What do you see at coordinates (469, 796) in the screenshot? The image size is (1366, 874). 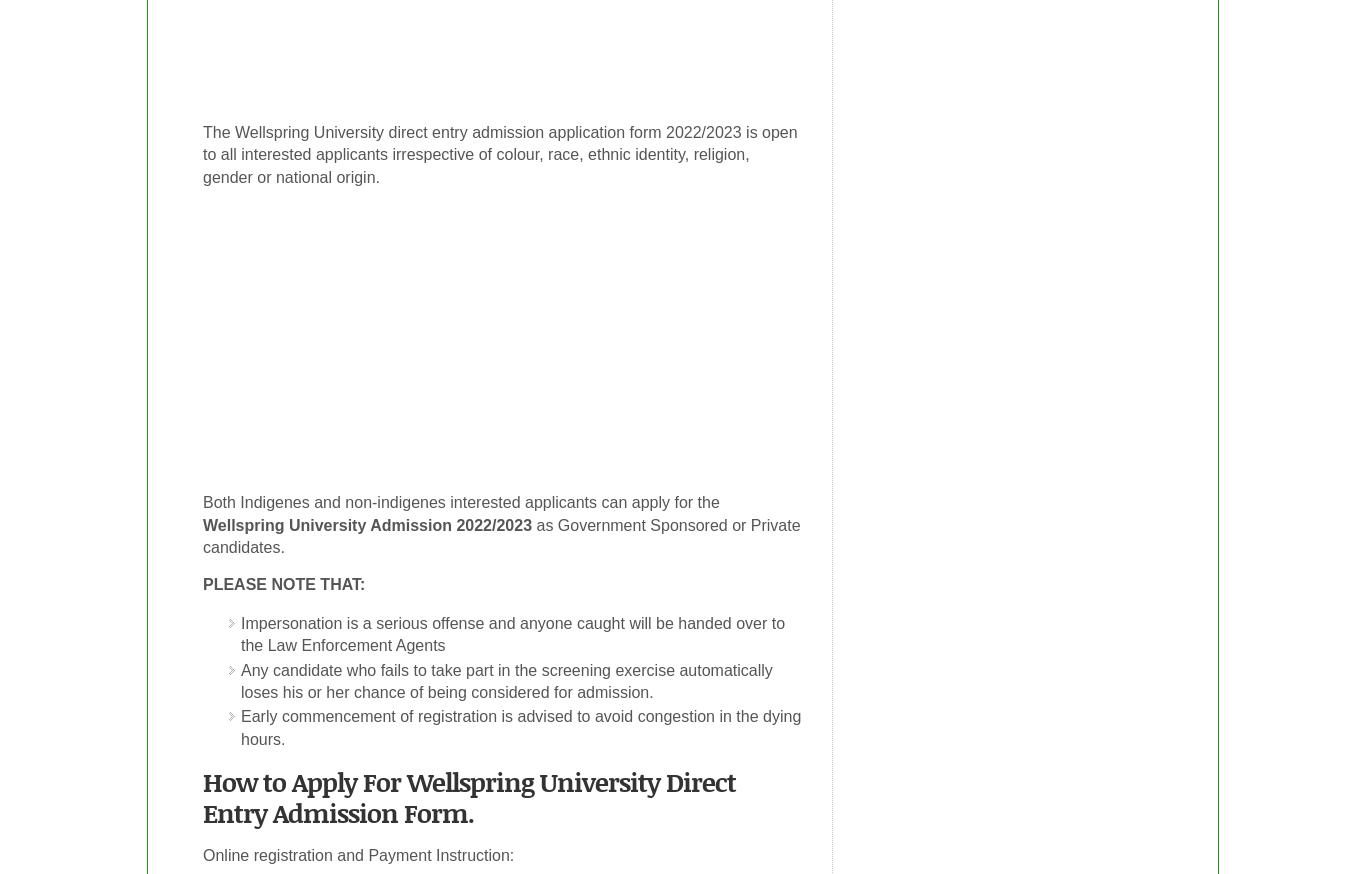 I see `'How to Apply For Wellspring University Direct Entry Admission Form.'` at bounding box center [469, 796].